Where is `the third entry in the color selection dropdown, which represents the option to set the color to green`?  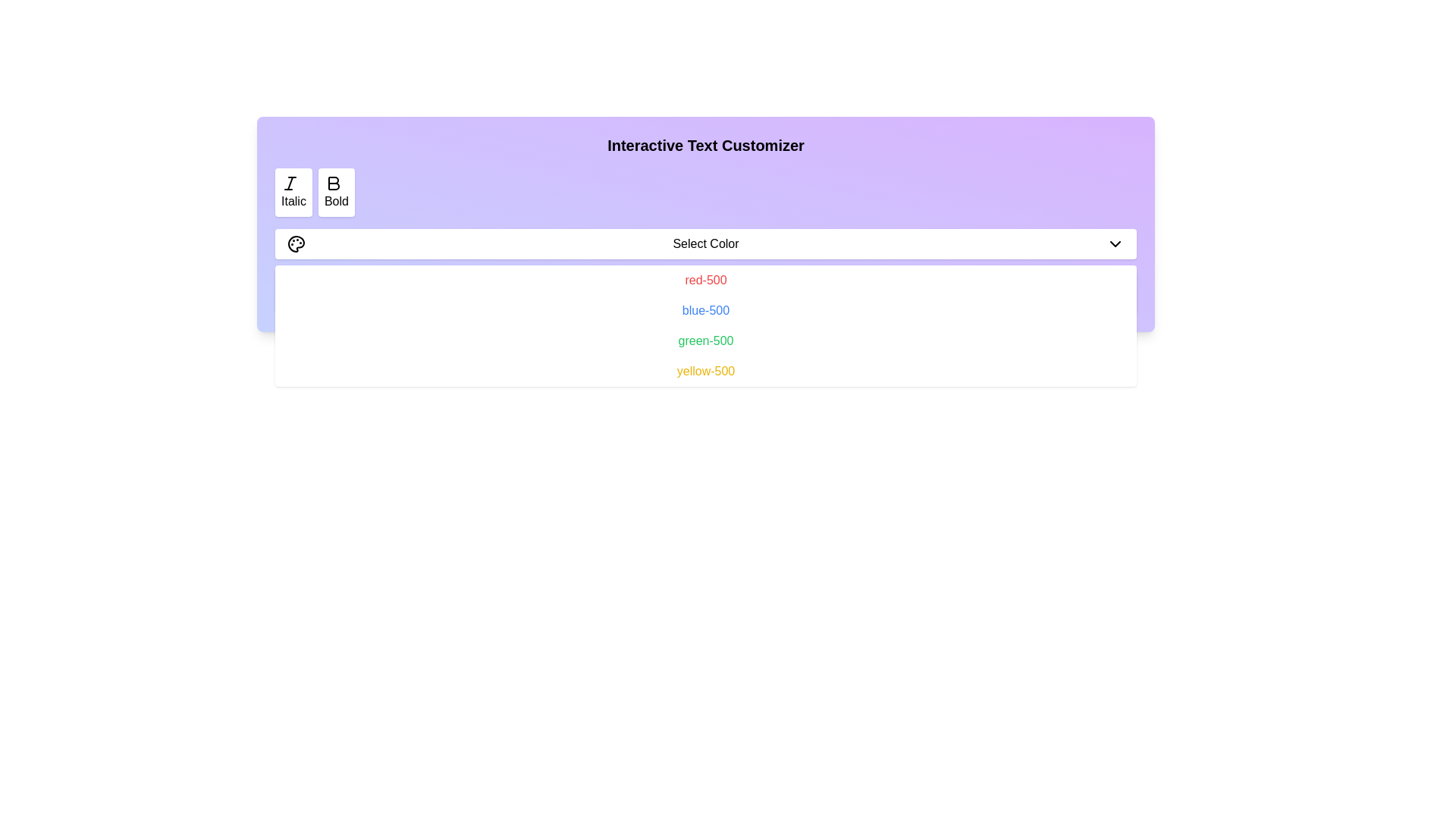
the third entry in the color selection dropdown, which represents the option to set the color to green is located at coordinates (705, 341).